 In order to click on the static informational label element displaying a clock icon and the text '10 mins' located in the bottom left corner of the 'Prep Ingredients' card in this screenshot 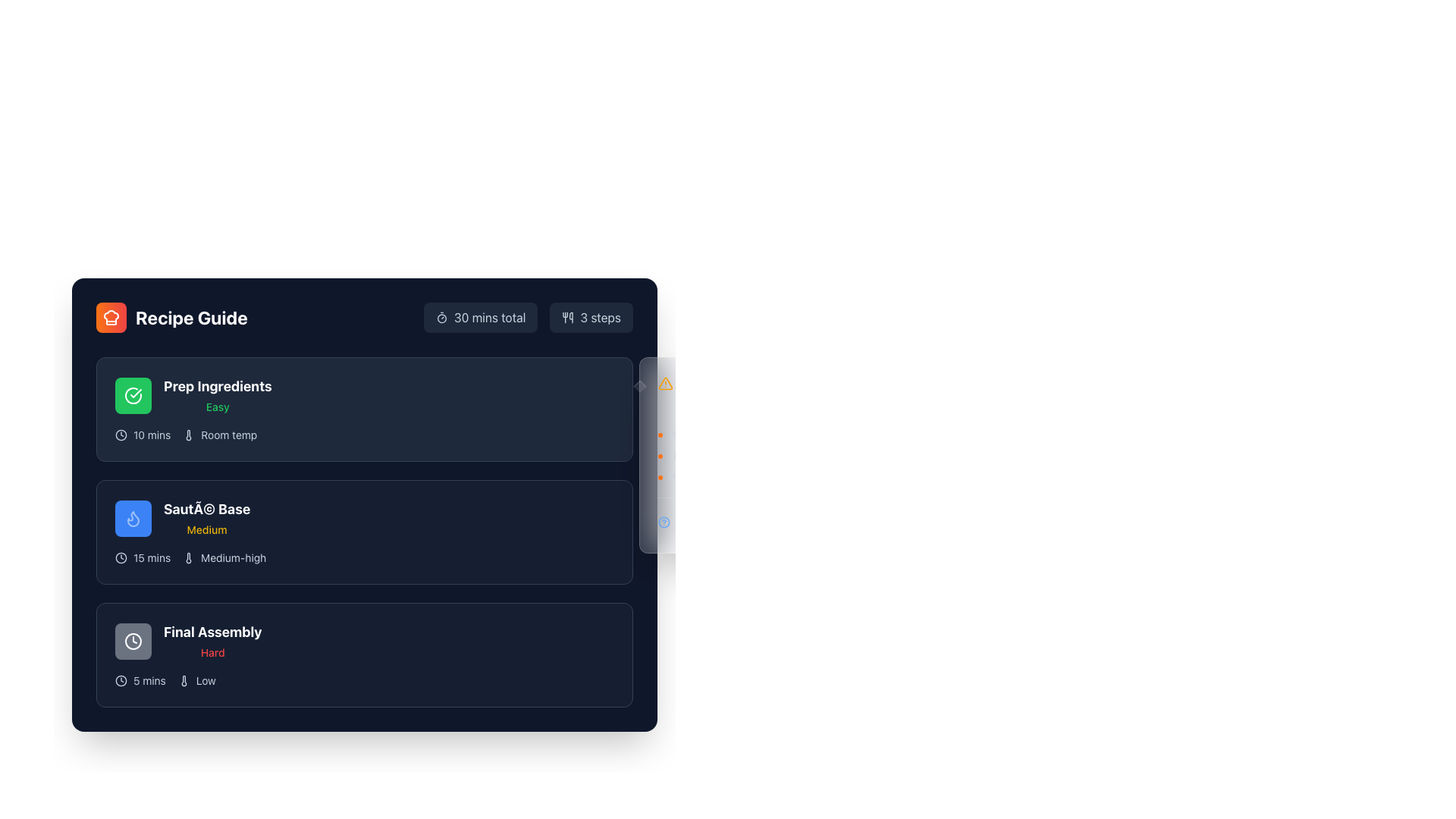, I will do `click(143, 435)`.